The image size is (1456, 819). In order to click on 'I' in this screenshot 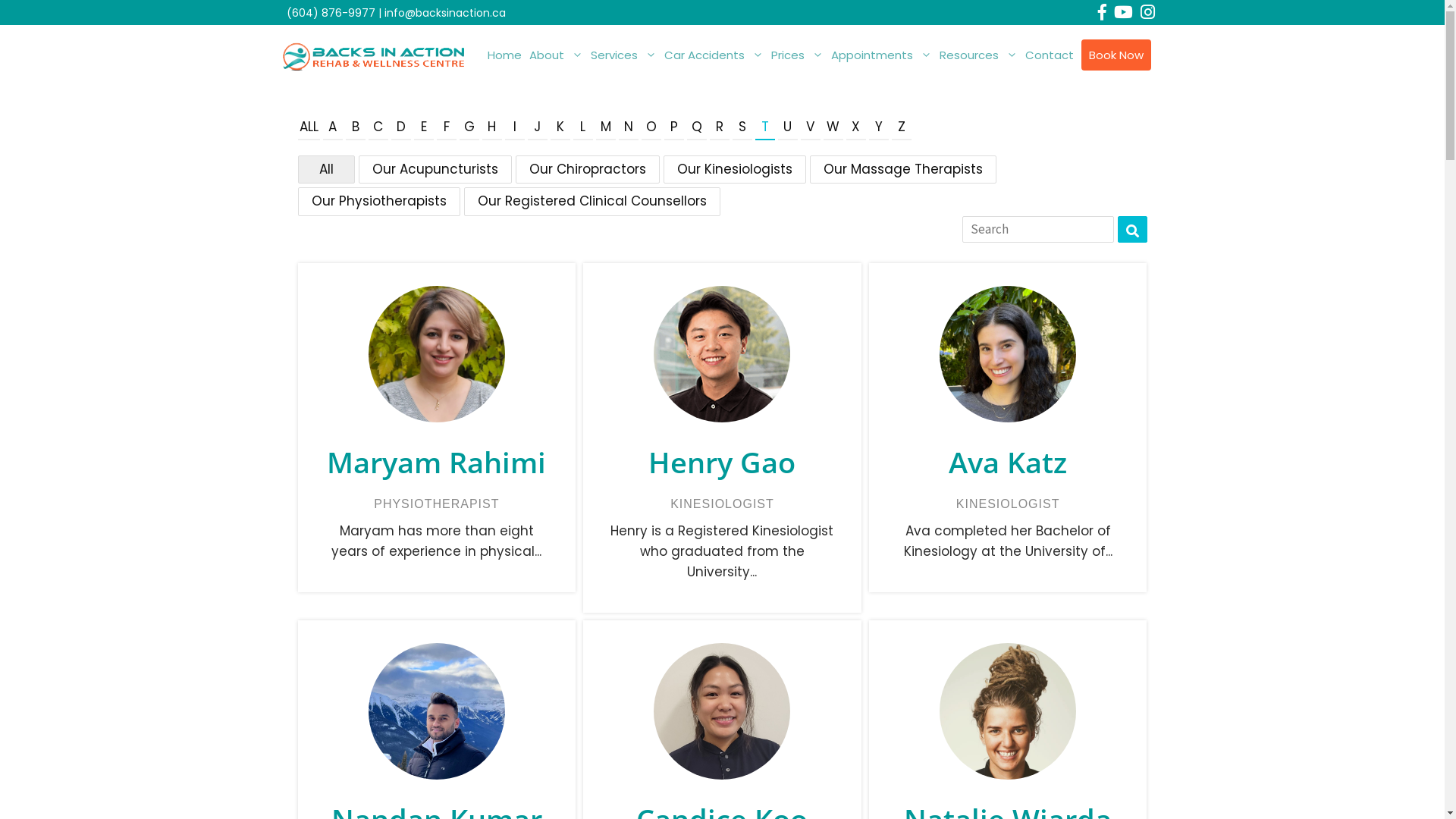, I will do `click(514, 127)`.